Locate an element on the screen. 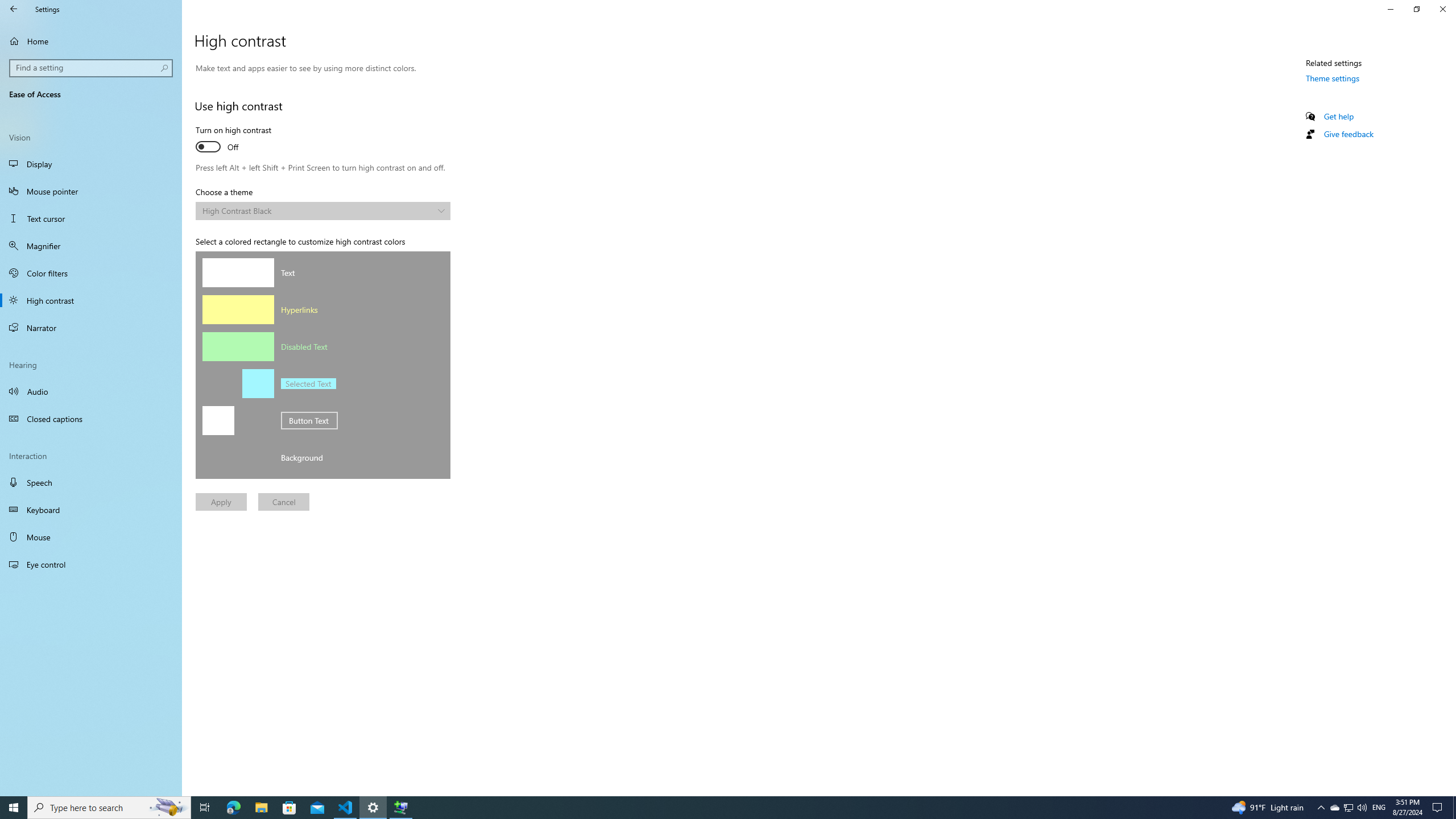 The image size is (1456, 819). 'Type here to search' is located at coordinates (109, 806).